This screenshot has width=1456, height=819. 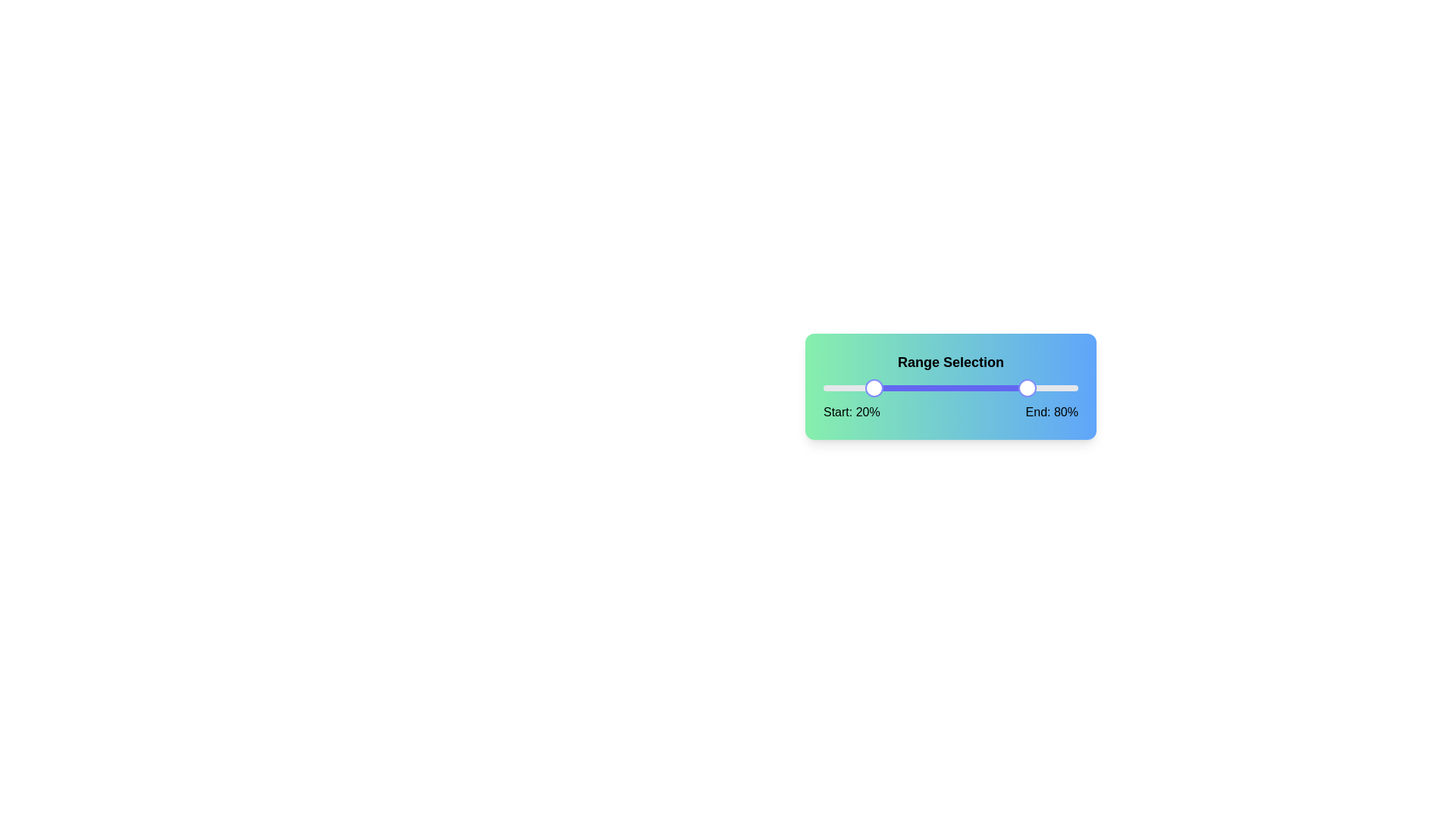 What do you see at coordinates (1022, 388) in the screenshot?
I see `the end value of the range slider` at bounding box center [1022, 388].